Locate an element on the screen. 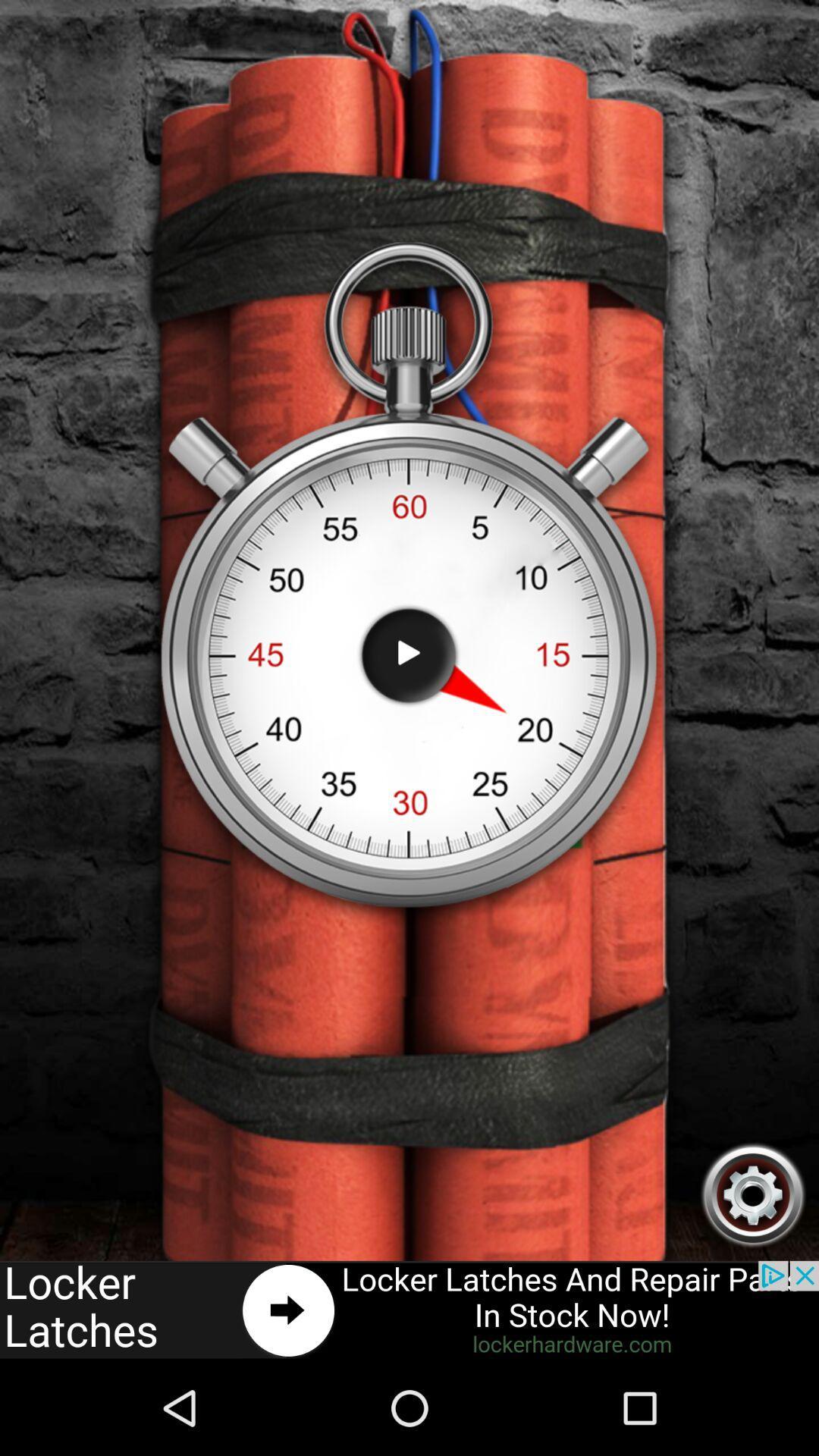 The width and height of the screenshot is (819, 1456). the settings icon is located at coordinates (753, 1278).